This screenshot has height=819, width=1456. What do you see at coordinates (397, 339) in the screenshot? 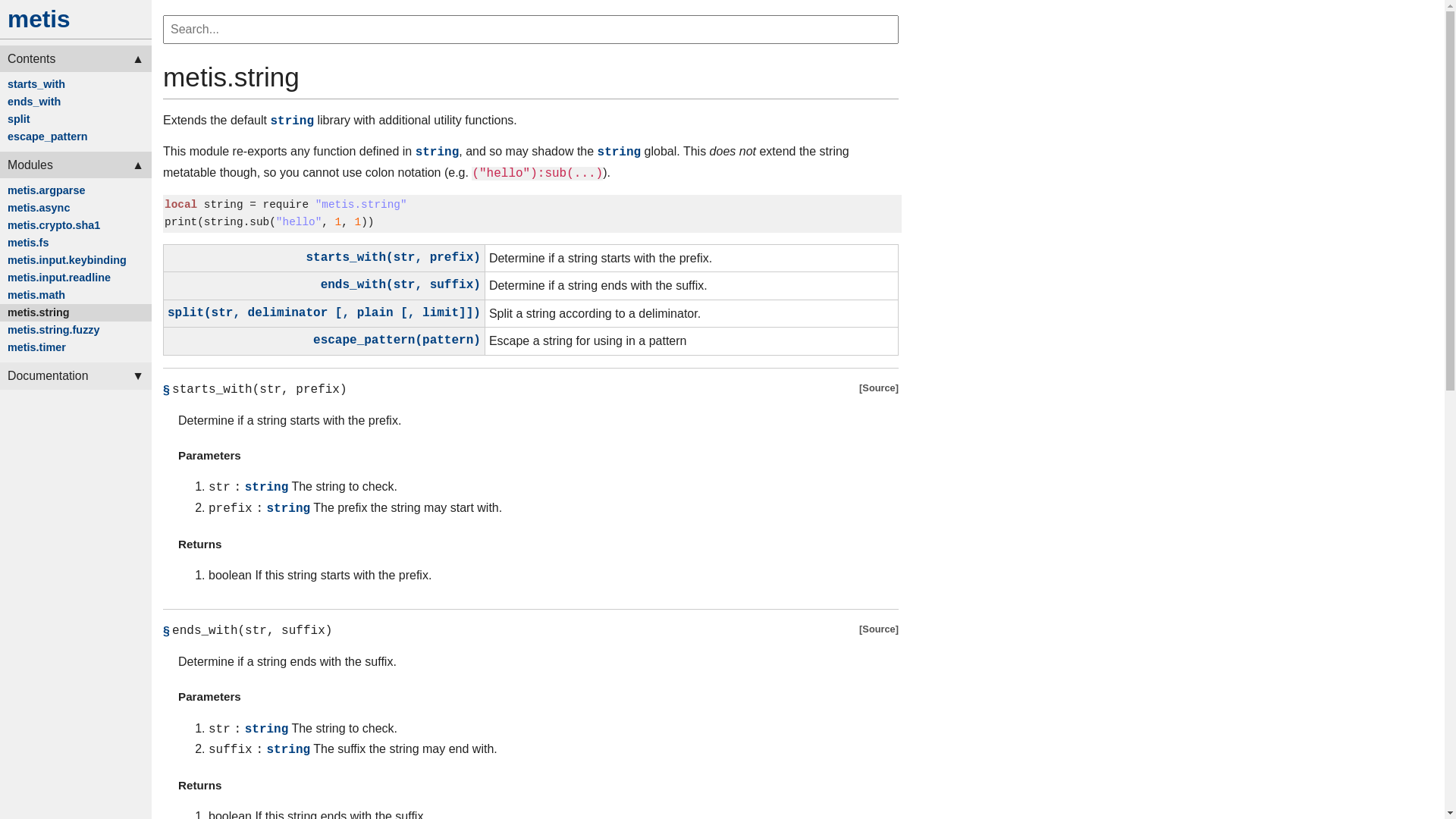
I see `'escape_pattern(pattern)'` at bounding box center [397, 339].